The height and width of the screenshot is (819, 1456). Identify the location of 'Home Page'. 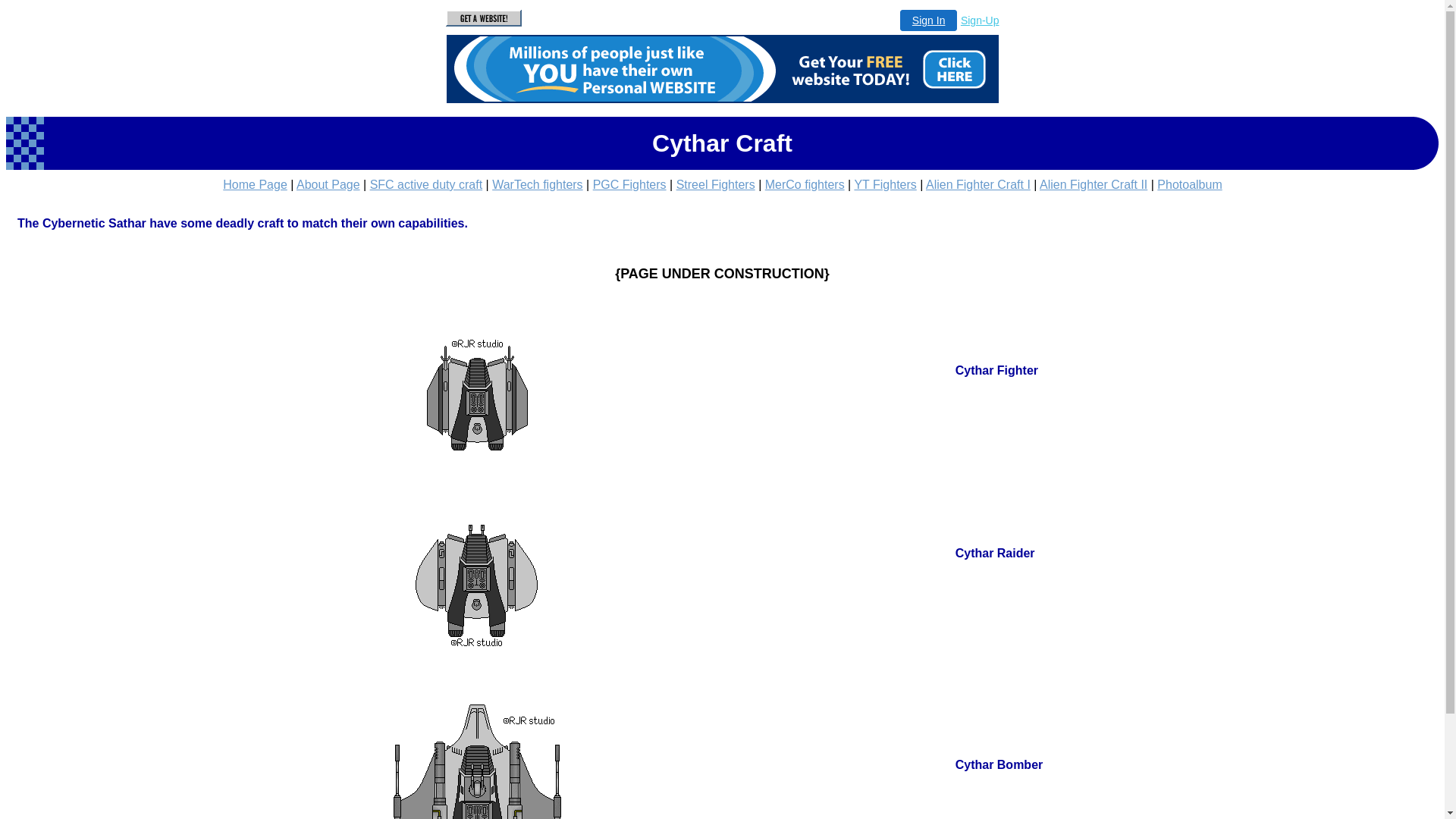
(255, 184).